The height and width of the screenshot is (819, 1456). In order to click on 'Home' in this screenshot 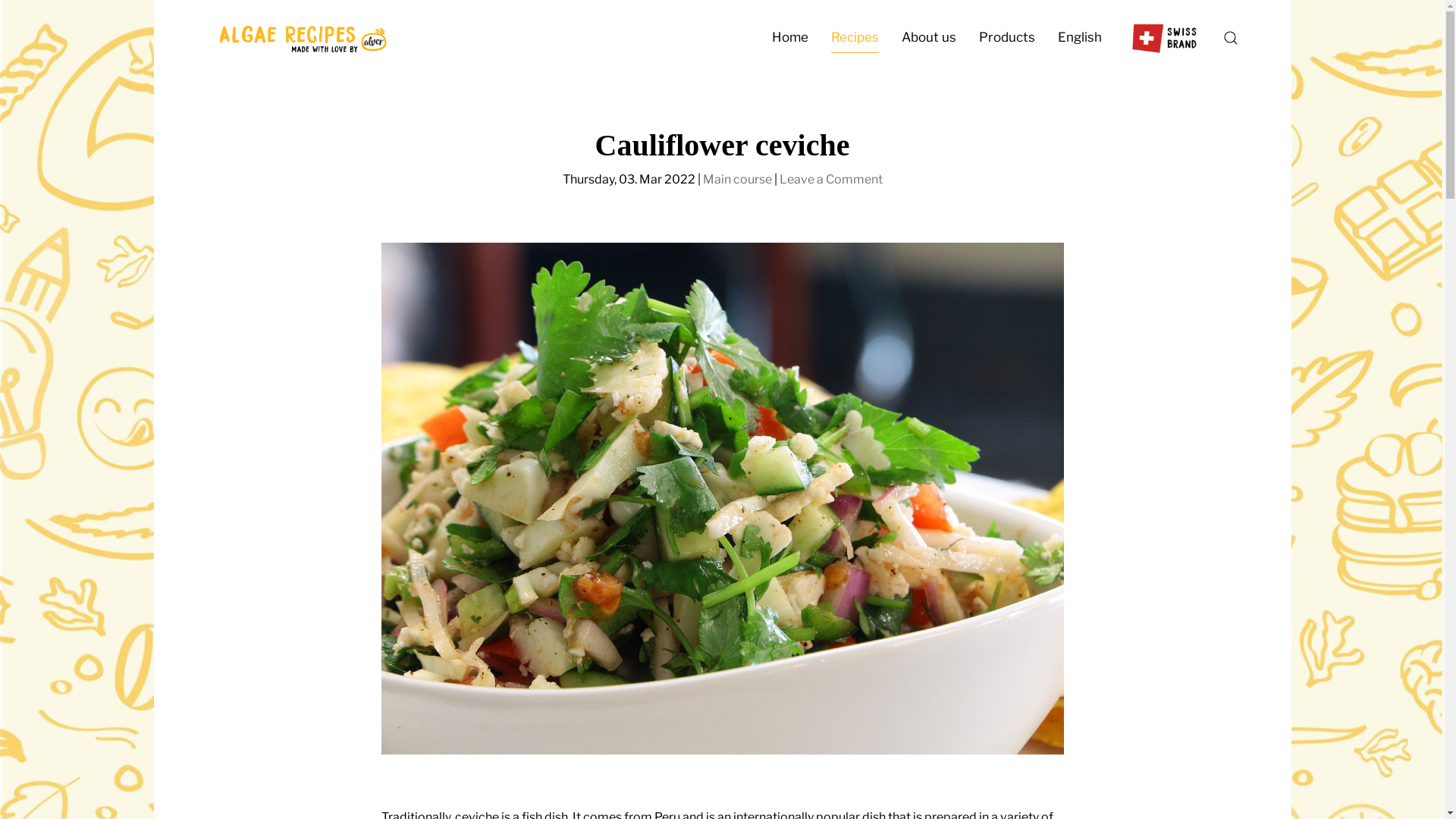, I will do `click(789, 37)`.